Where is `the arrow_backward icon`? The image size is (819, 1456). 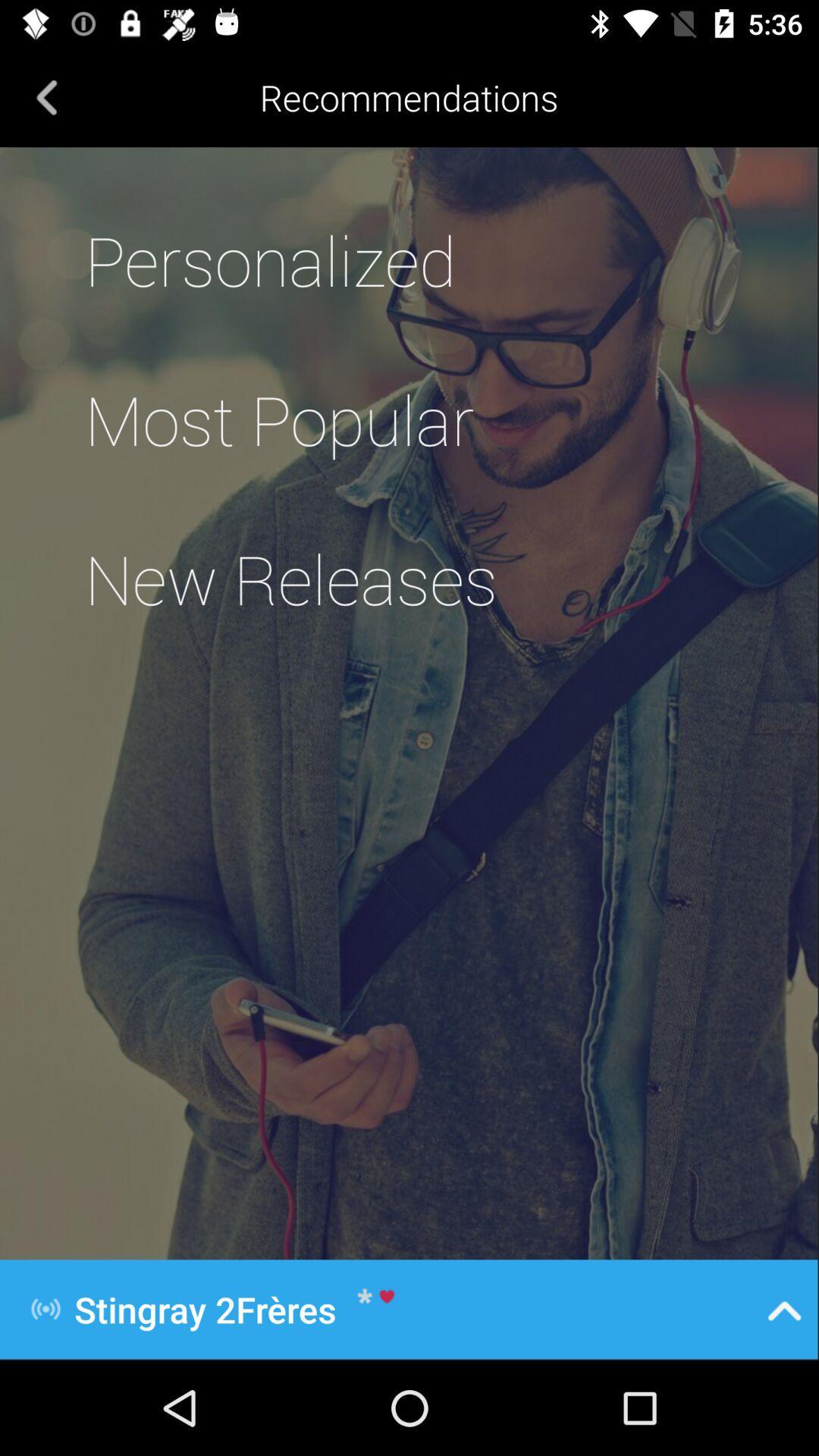 the arrow_backward icon is located at coordinates (46, 96).